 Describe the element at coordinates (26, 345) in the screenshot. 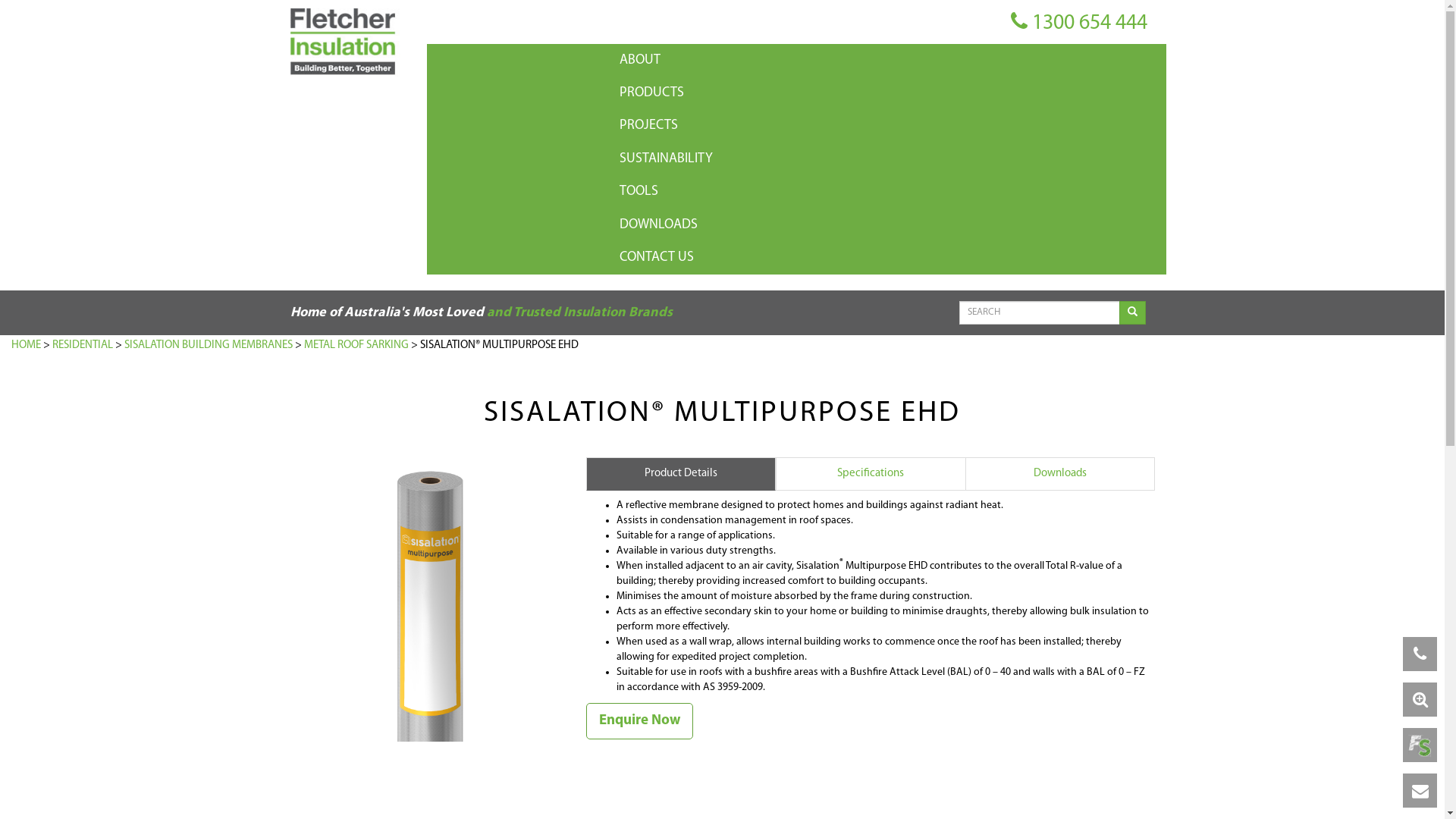

I see `'HOME'` at that location.